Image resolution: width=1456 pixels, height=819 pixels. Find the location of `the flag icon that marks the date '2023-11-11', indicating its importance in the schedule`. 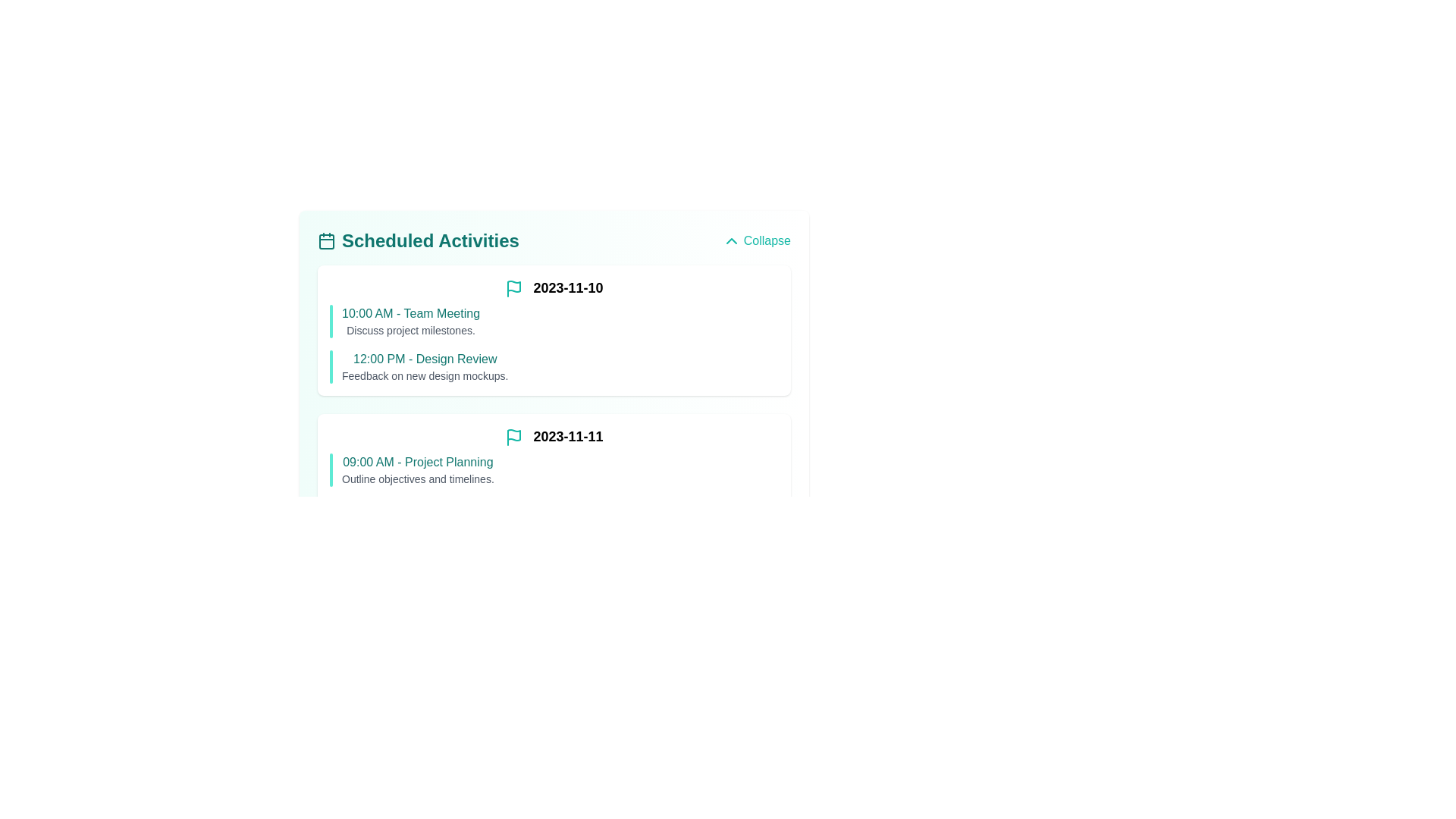

the flag icon that marks the date '2023-11-11', indicating its importance in the schedule is located at coordinates (514, 438).